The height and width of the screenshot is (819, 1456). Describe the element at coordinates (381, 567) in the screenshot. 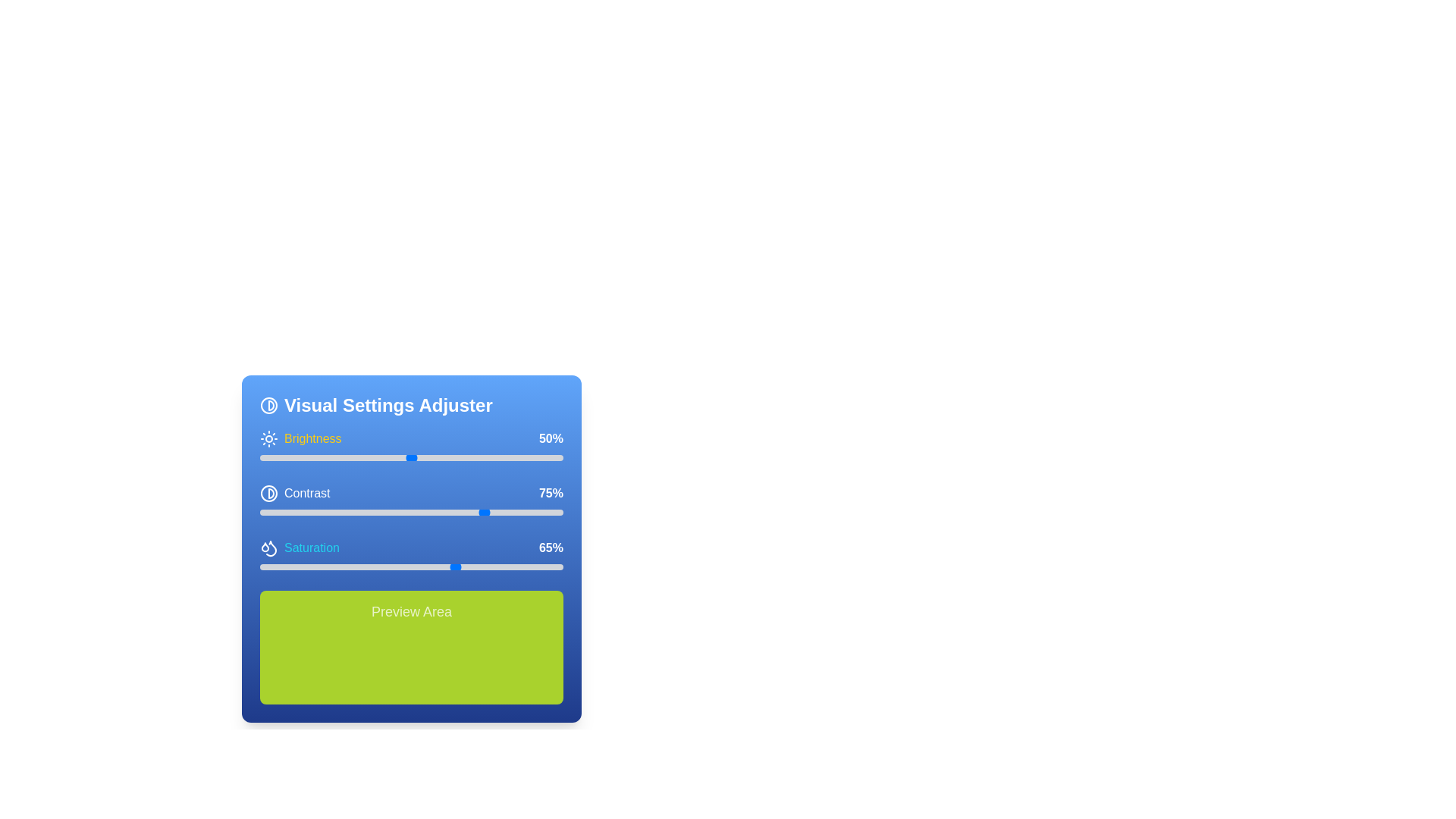

I see `saturation` at that location.